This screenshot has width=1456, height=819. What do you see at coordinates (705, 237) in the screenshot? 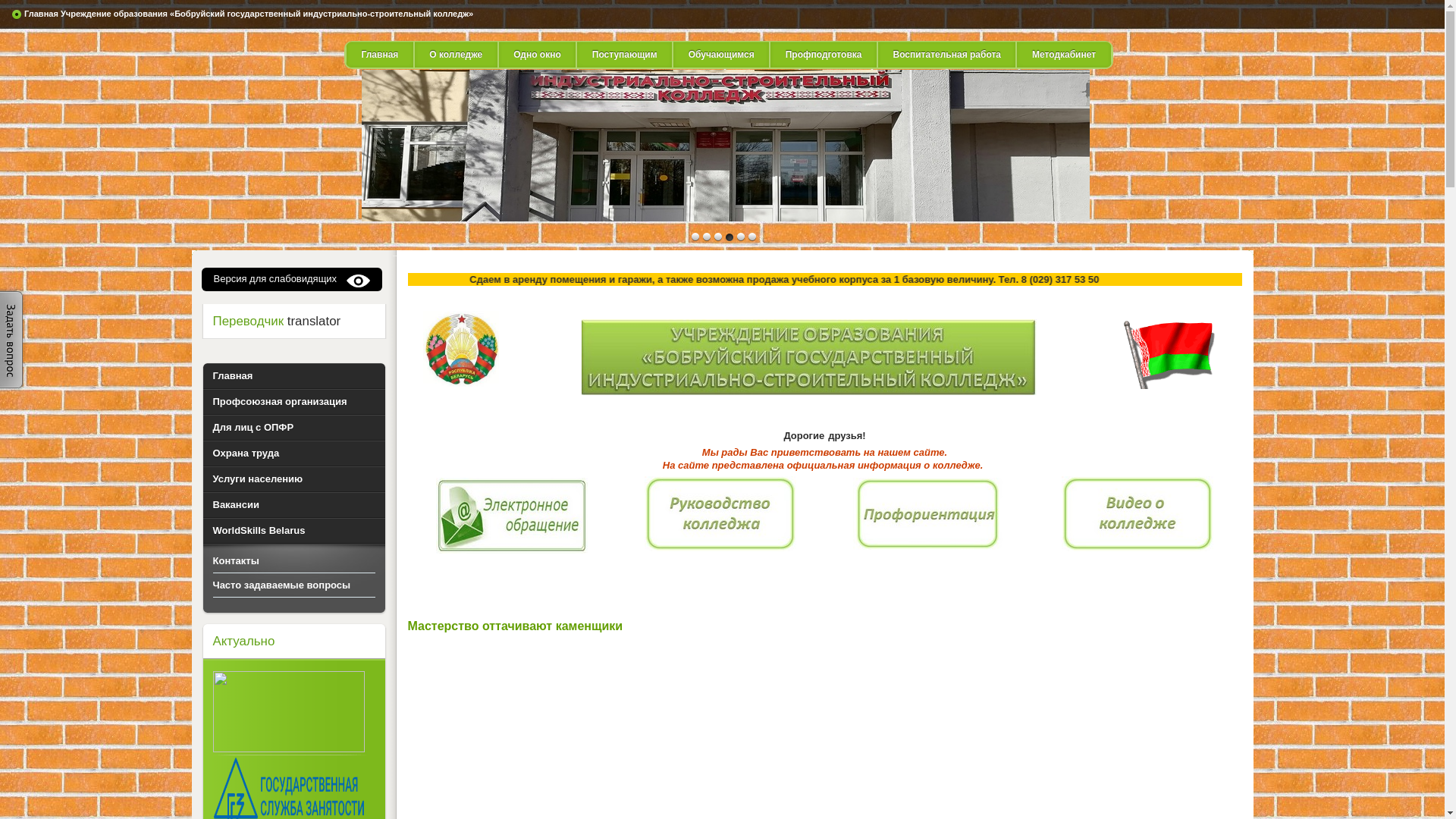
I see `'1'` at bounding box center [705, 237].